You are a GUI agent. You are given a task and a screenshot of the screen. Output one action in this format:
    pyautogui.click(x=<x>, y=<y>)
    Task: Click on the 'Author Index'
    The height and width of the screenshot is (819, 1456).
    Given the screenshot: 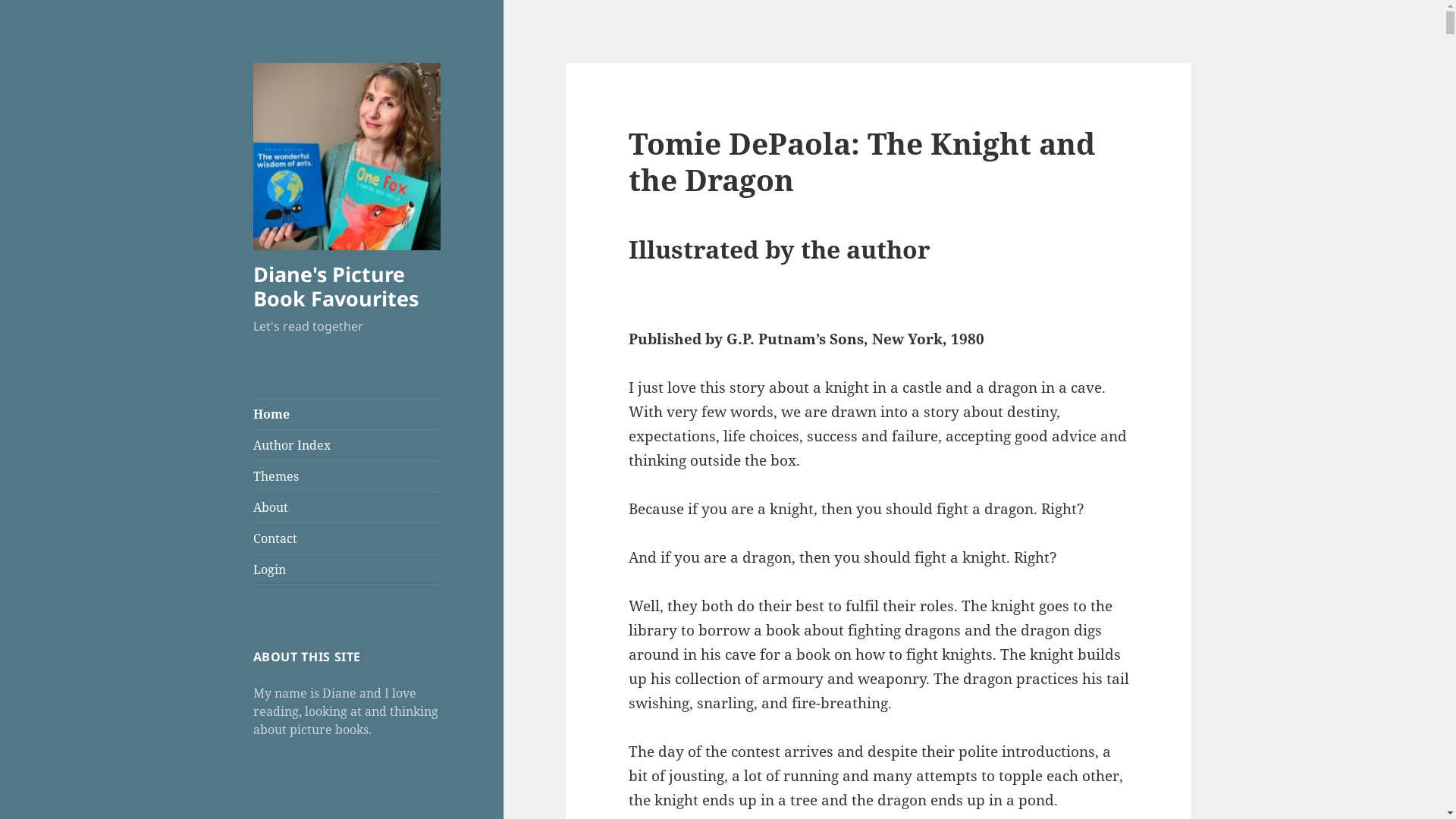 What is the action you would take?
    pyautogui.click(x=346, y=444)
    